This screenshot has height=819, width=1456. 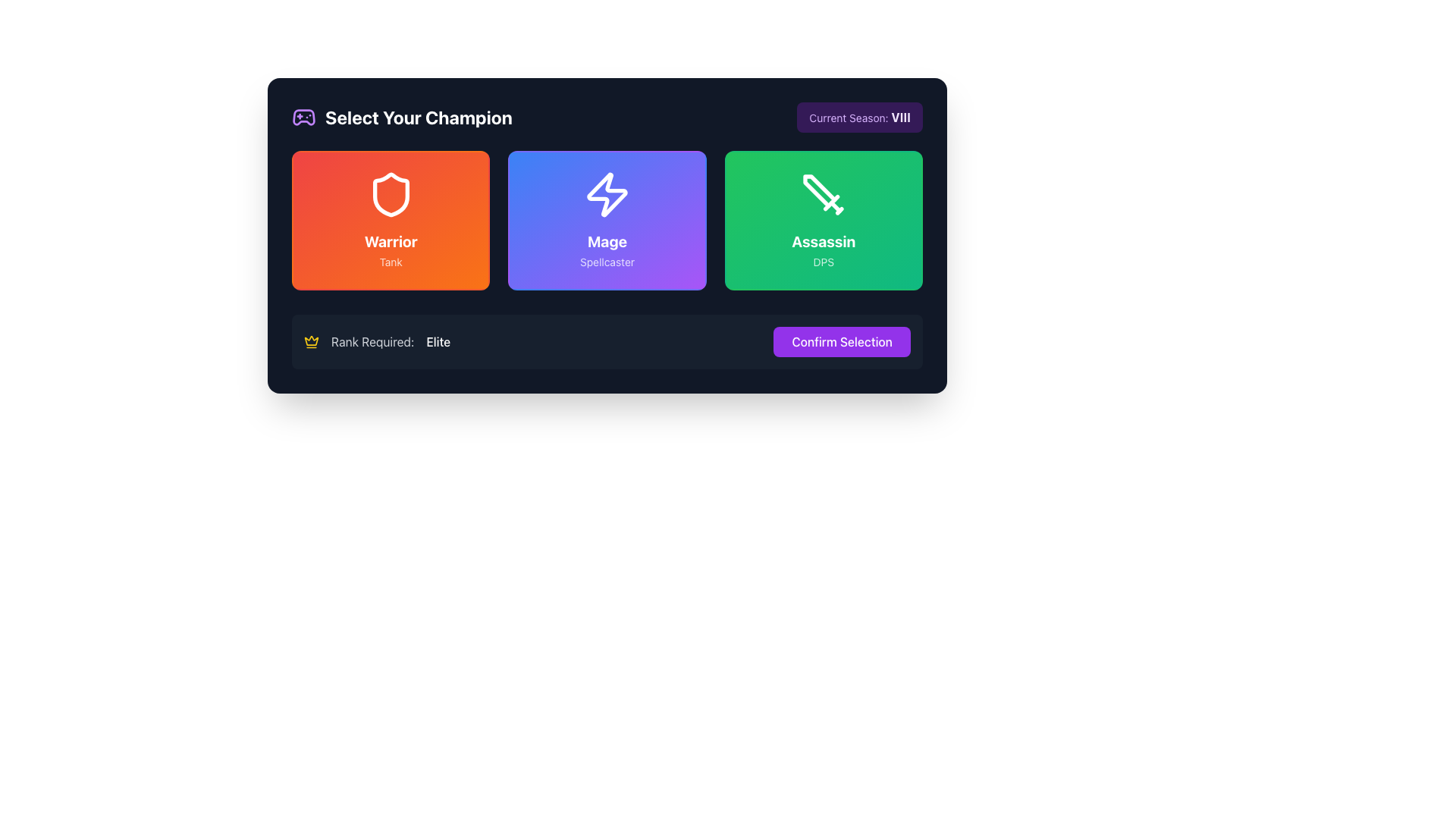 I want to click on the Header element with the title 'Select Your Champion' that features a bold, large white text and a purple game controller icon, located in the upper-left corner of the selection widget, so click(x=402, y=116).